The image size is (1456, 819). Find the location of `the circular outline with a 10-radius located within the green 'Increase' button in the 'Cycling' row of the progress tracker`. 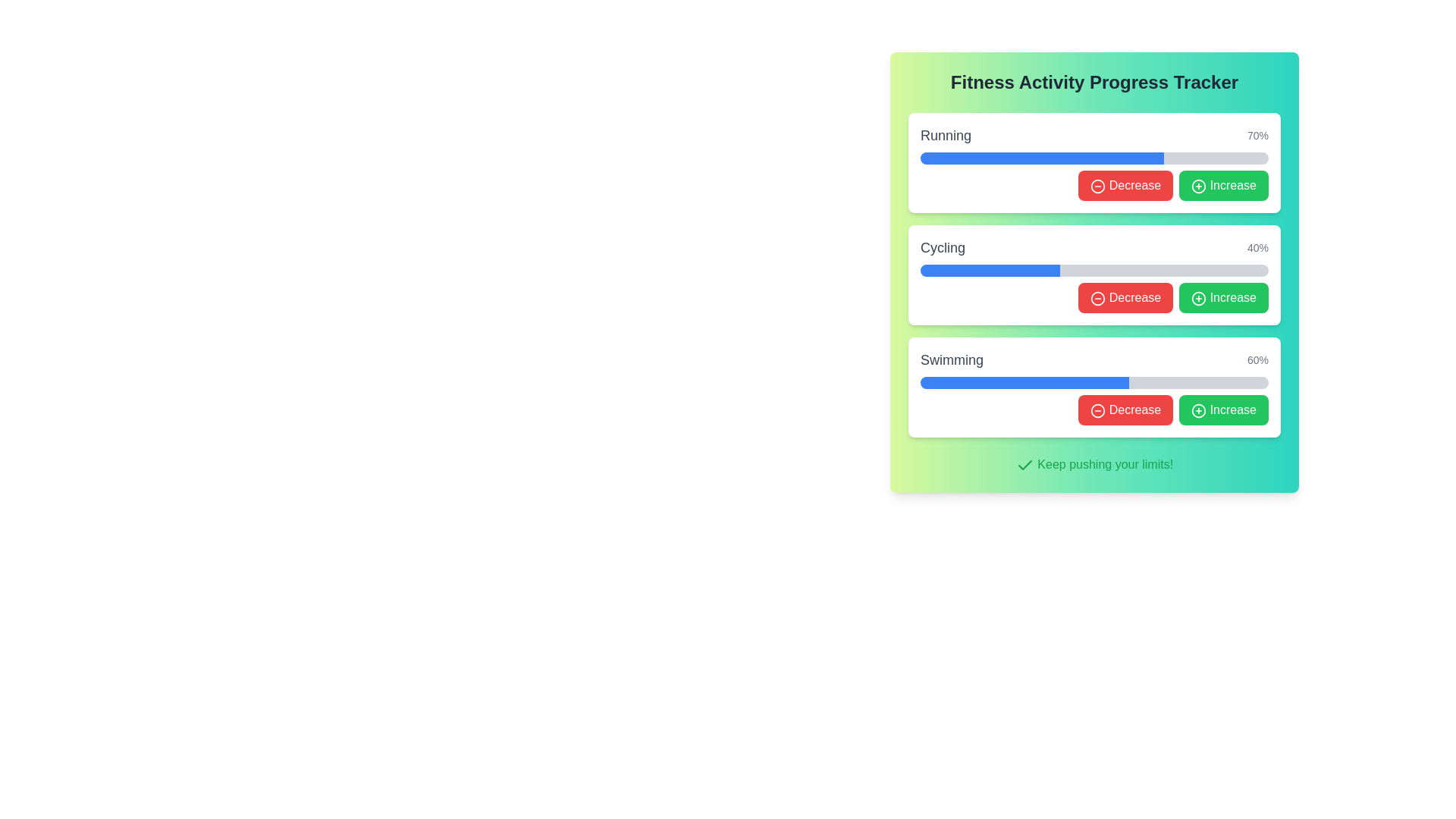

the circular outline with a 10-radius located within the green 'Increase' button in the 'Cycling' row of the progress tracker is located at coordinates (1198, 298).